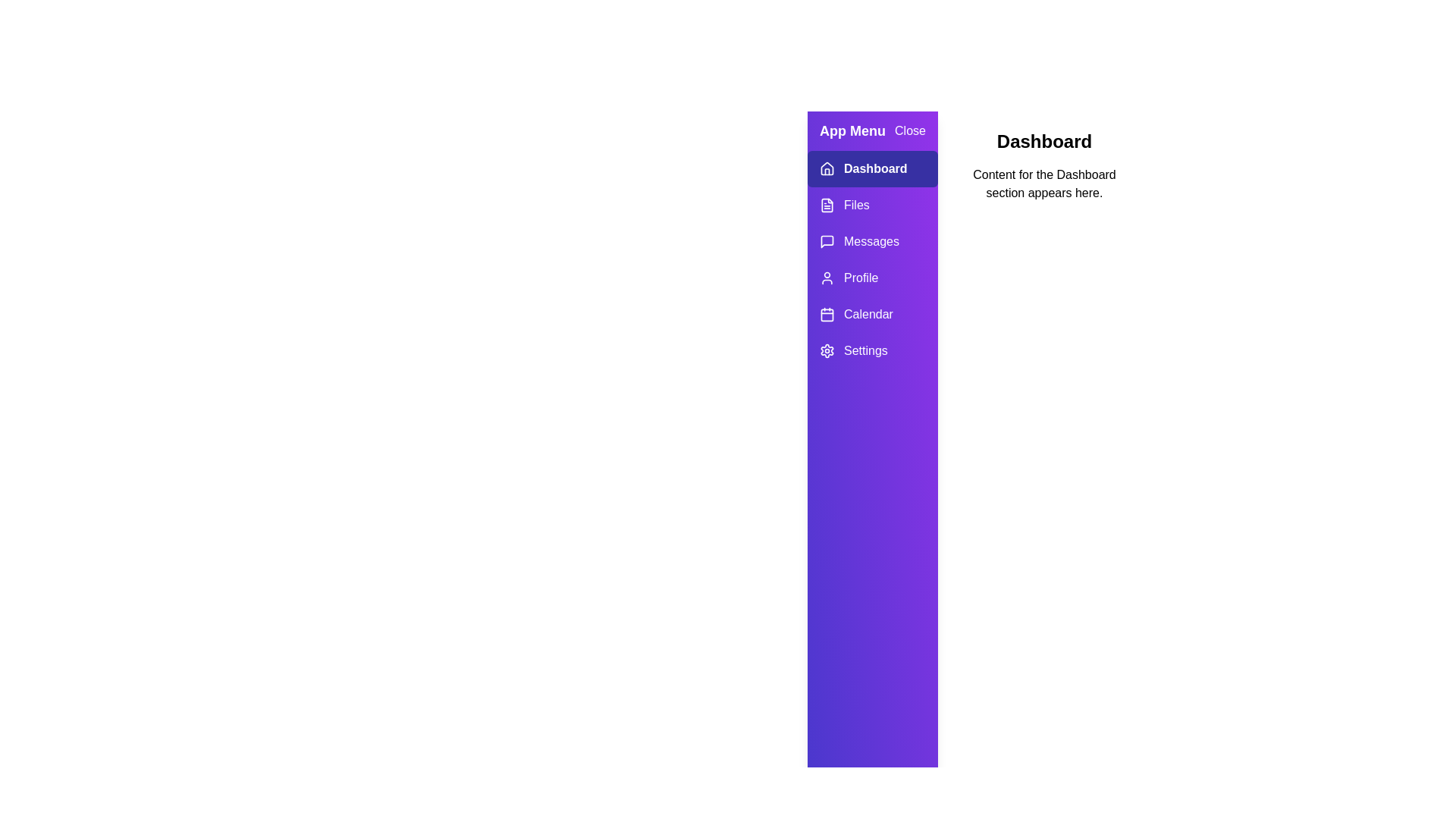 The image size is (1456, 819). I want to click on the Settings tab in the menu, so click(872, 350).